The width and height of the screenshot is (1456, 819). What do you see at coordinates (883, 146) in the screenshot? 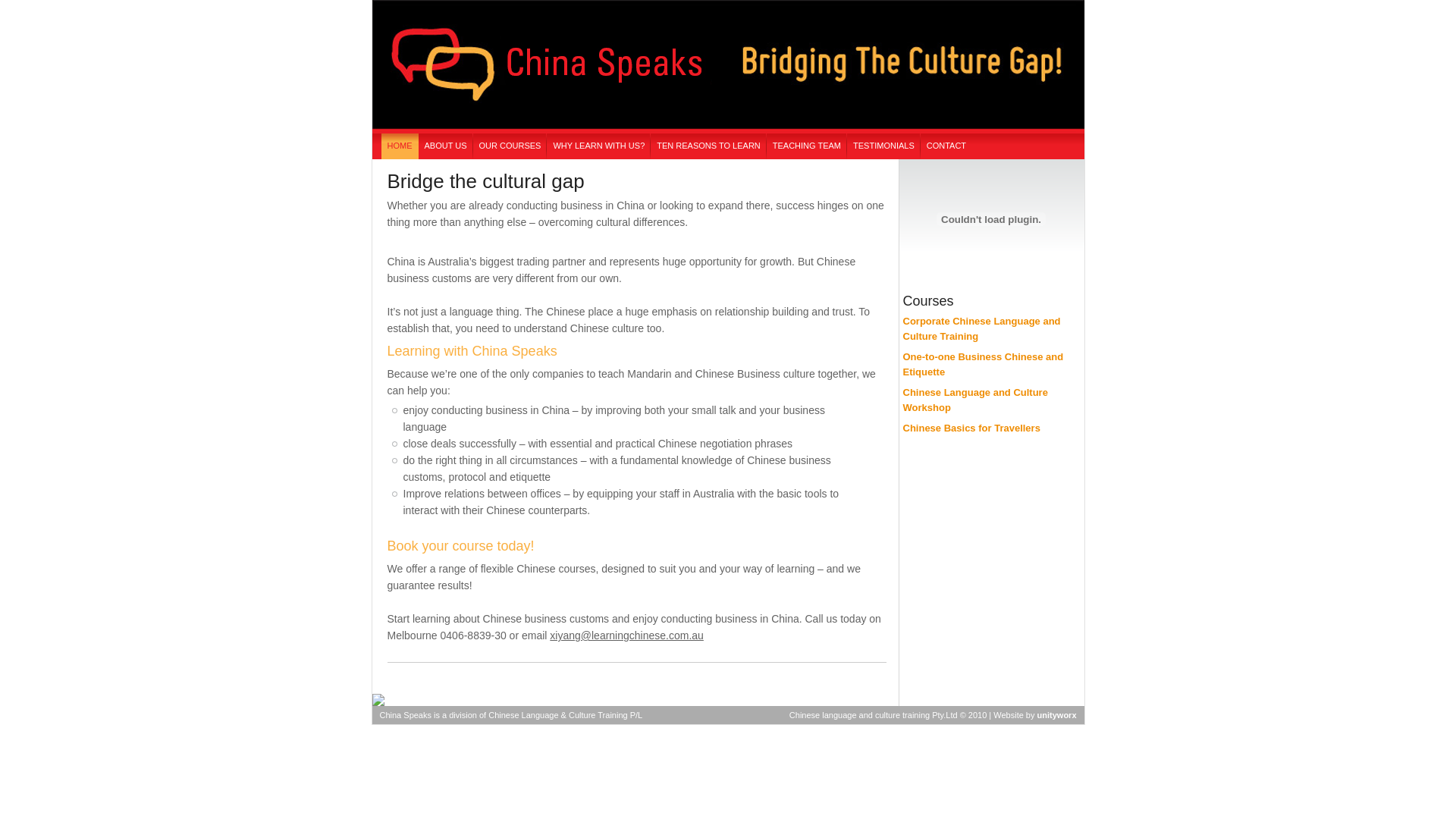
I see `'TESTIMONIALS'` at bounding box center [883, 146].